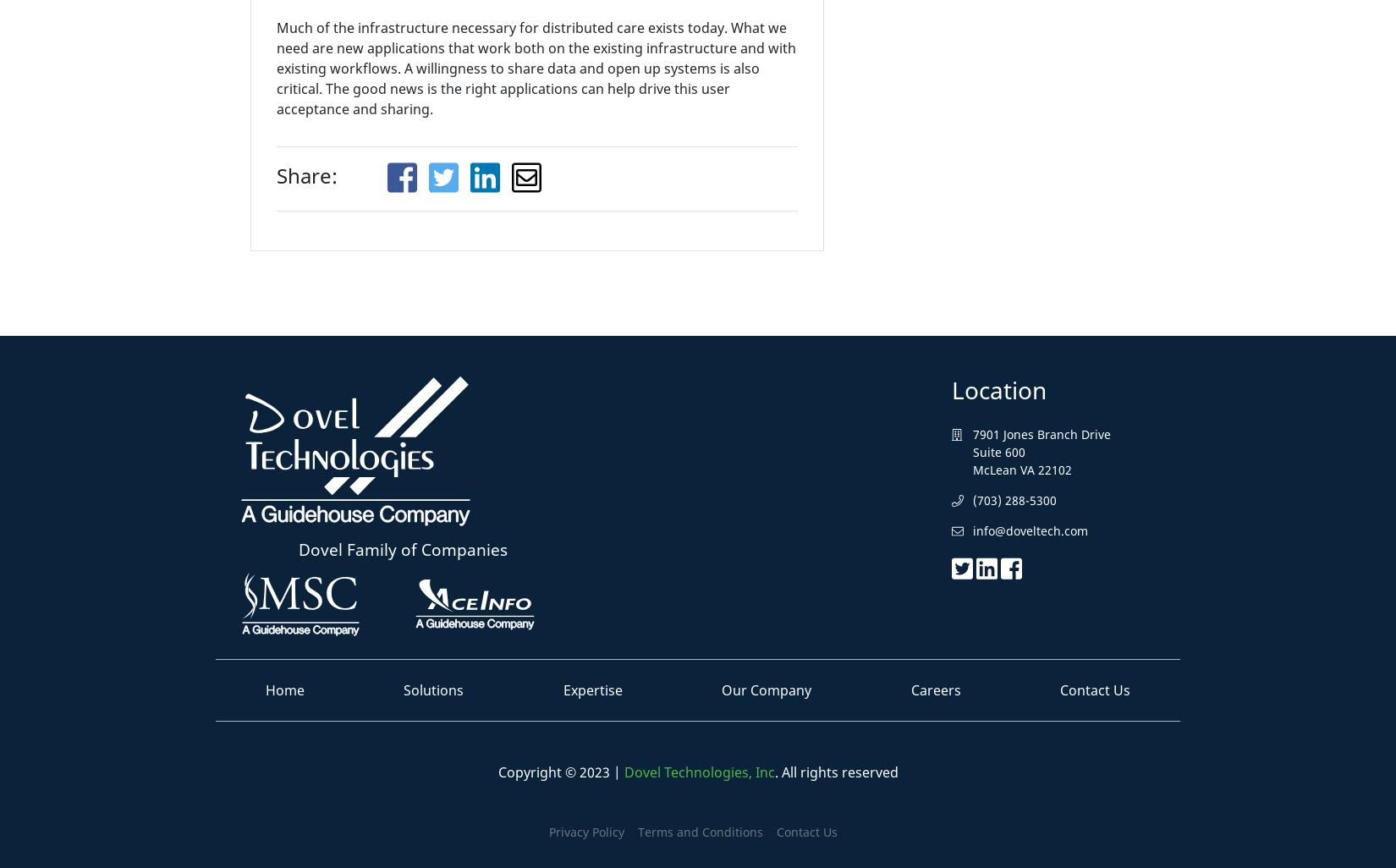 The width and height of the screenshot is (1396, 868). I want to click on 'McLean VA 22102', so click(1022, 470).